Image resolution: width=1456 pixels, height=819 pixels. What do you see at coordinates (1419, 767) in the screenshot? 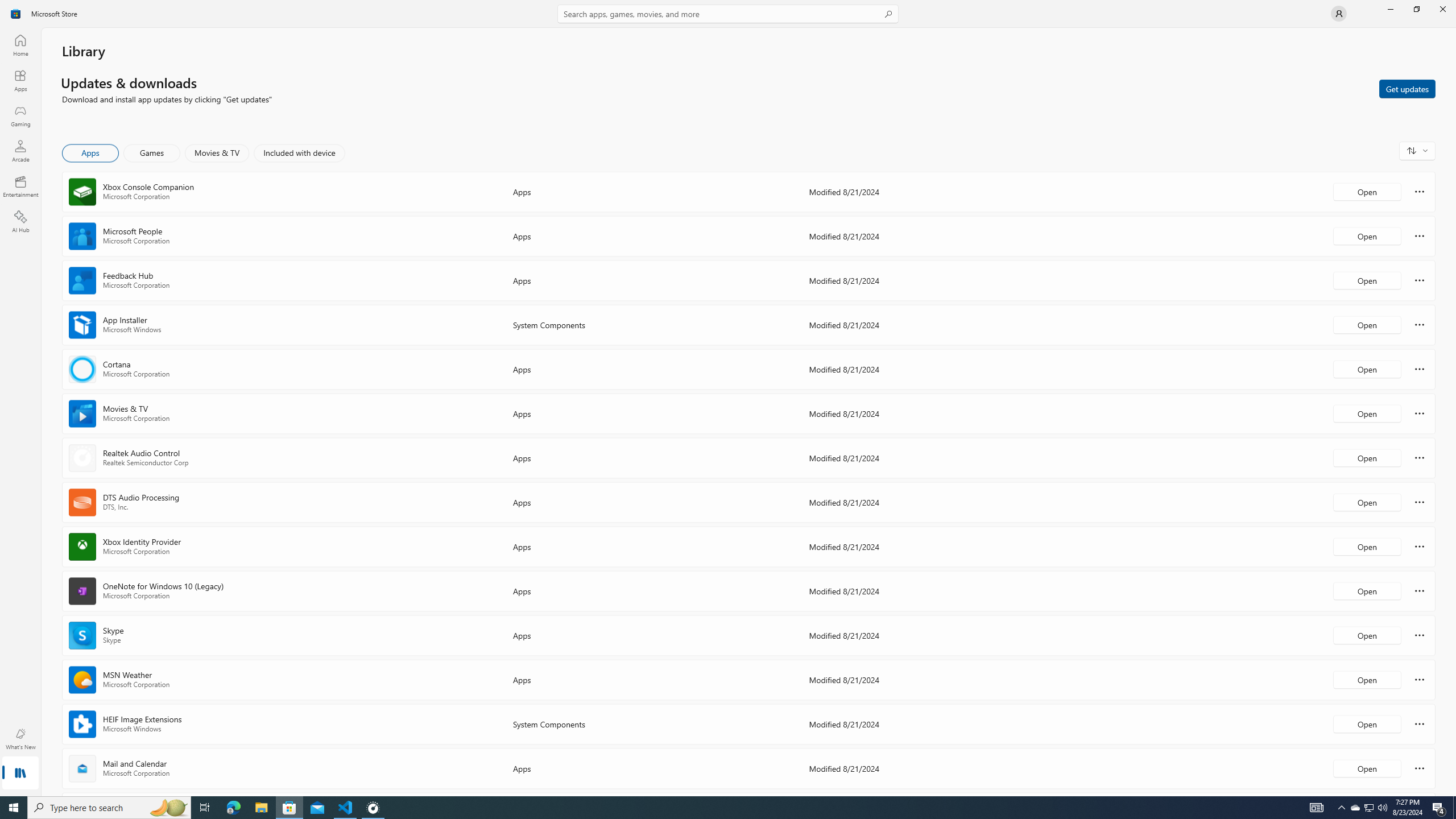
I see `'More options'` at bounding box center [1419, 767].